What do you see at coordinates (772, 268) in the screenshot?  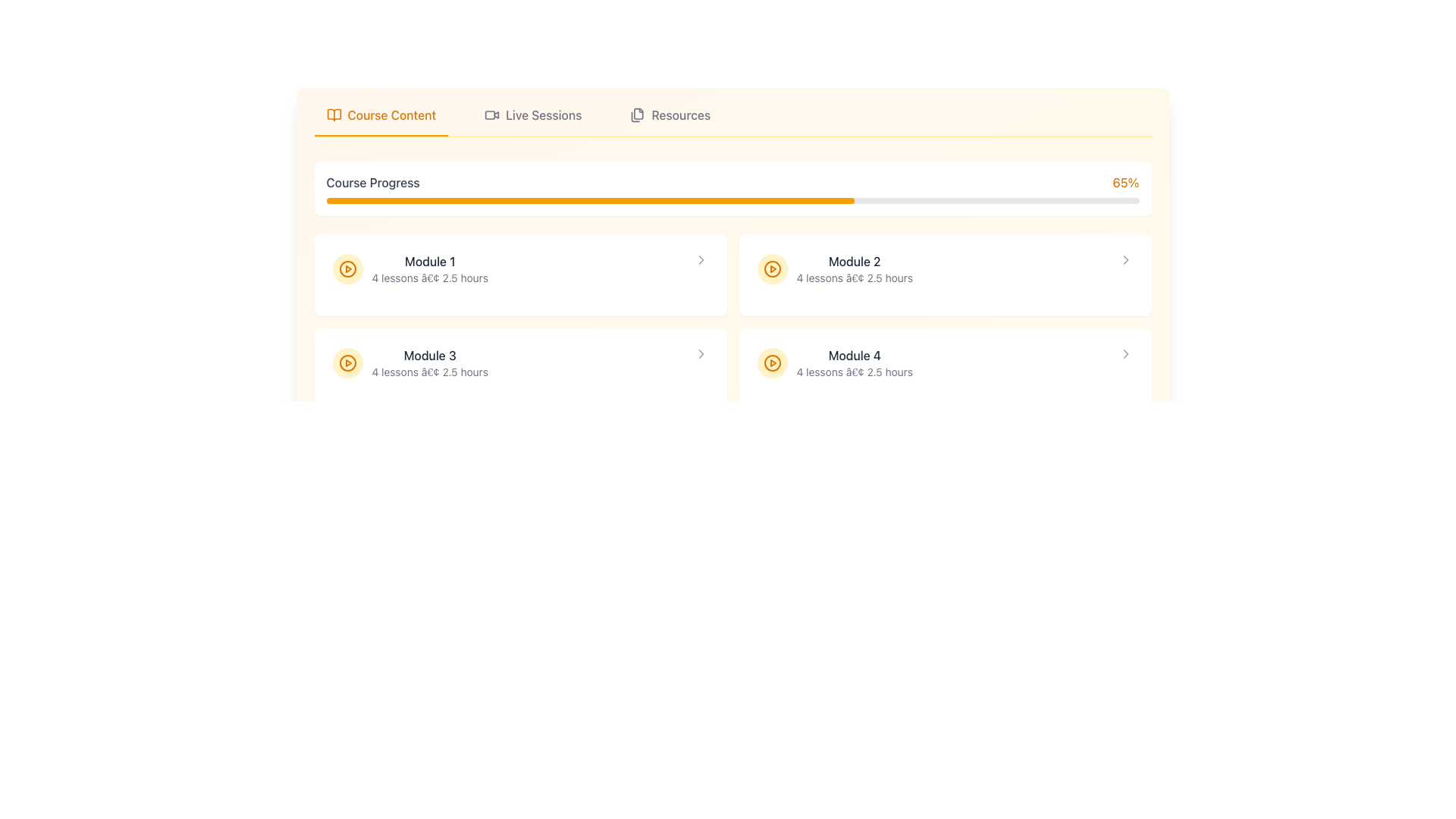 I see `the circular play button icon with amber colors located next to the text 'Module 2'` at bounding box center [772, 268].